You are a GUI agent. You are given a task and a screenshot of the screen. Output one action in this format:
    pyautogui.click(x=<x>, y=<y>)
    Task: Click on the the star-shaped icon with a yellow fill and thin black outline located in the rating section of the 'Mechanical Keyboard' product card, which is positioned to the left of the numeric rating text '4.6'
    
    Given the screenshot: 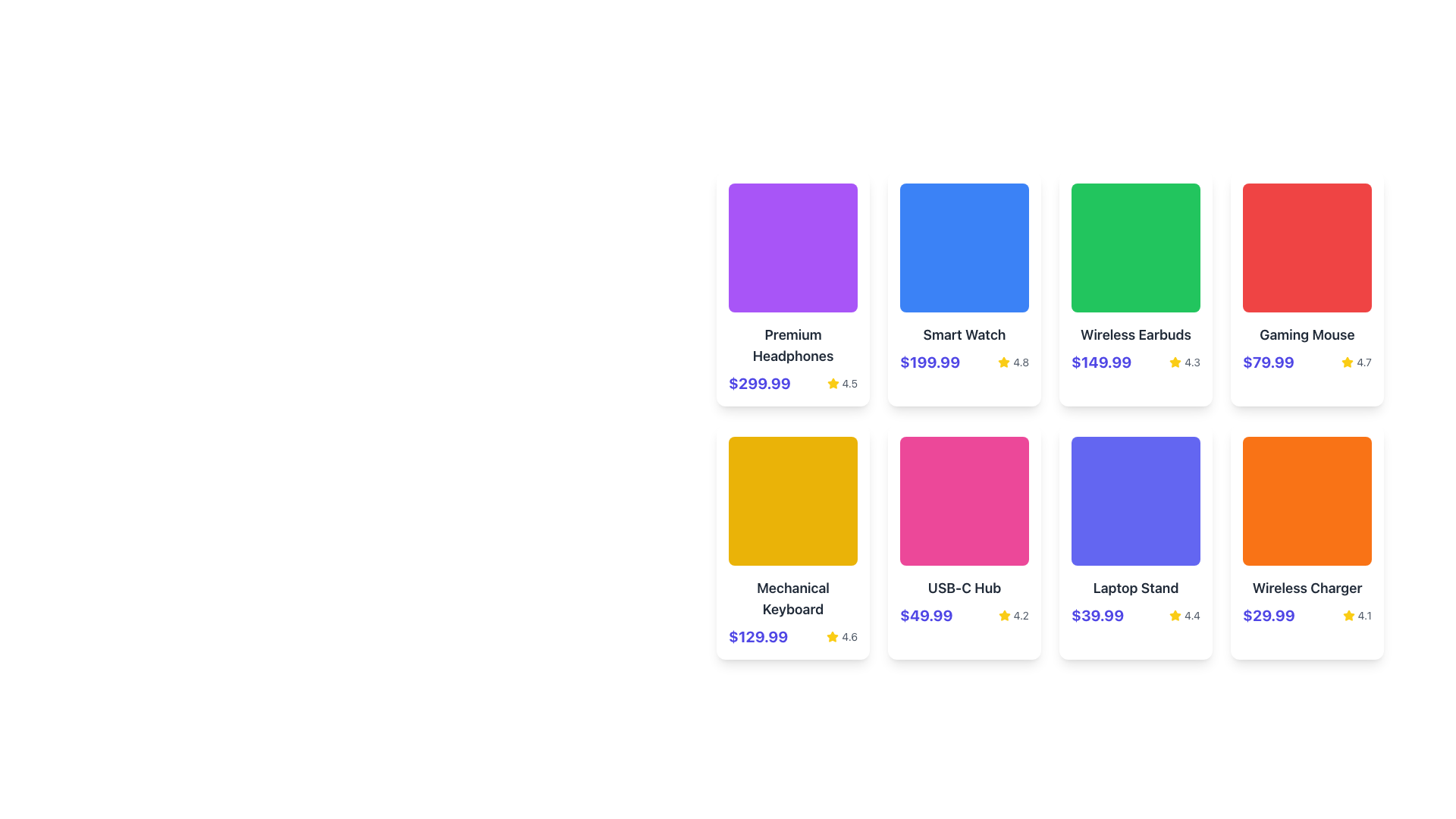 What is the action you would take?
    pyautogui.click(x=832, y=637)
    